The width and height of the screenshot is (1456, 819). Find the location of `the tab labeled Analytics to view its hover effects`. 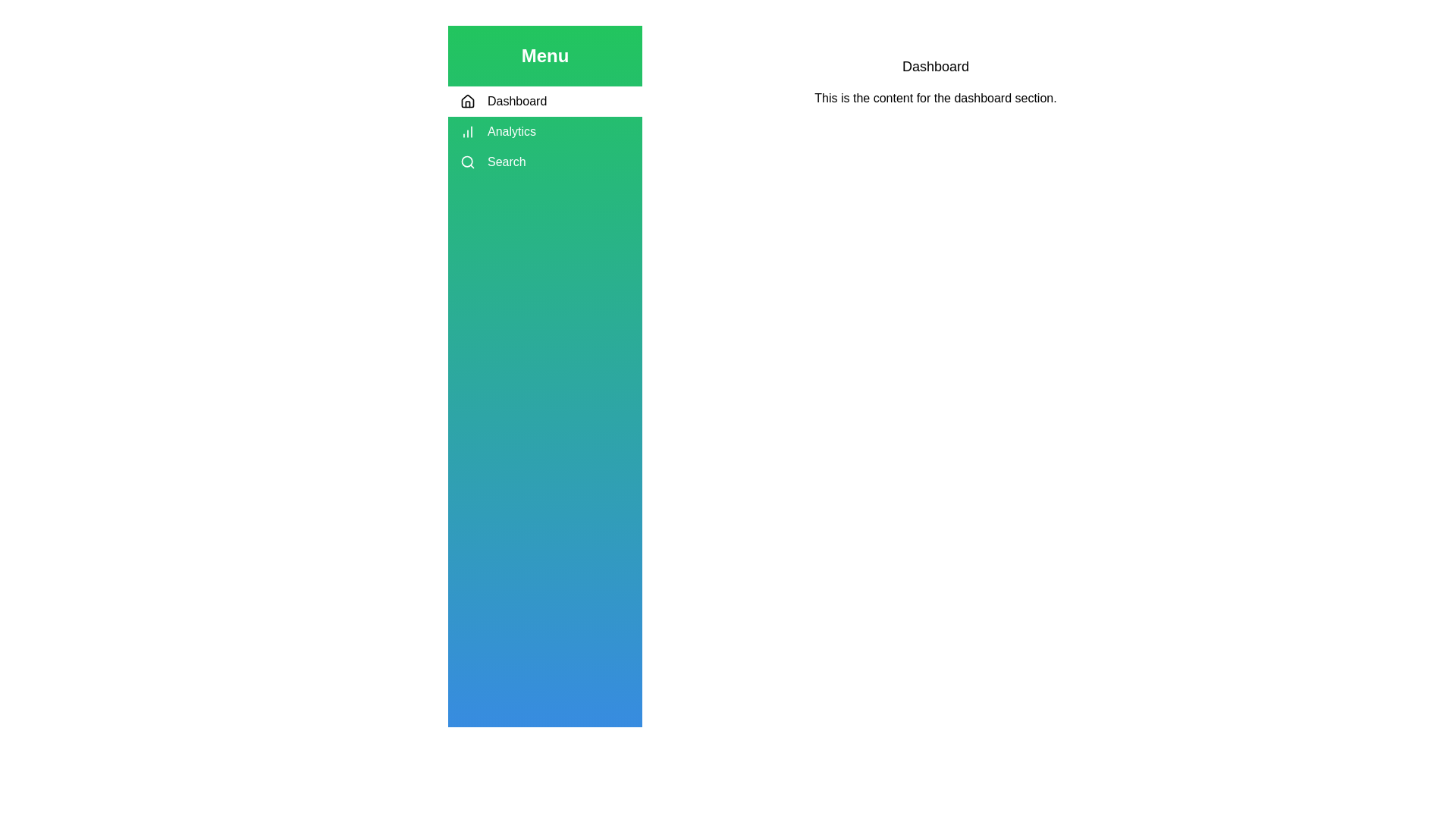

the tab labeled Analytics to view its hover effects is located at coordinates (545, 130).